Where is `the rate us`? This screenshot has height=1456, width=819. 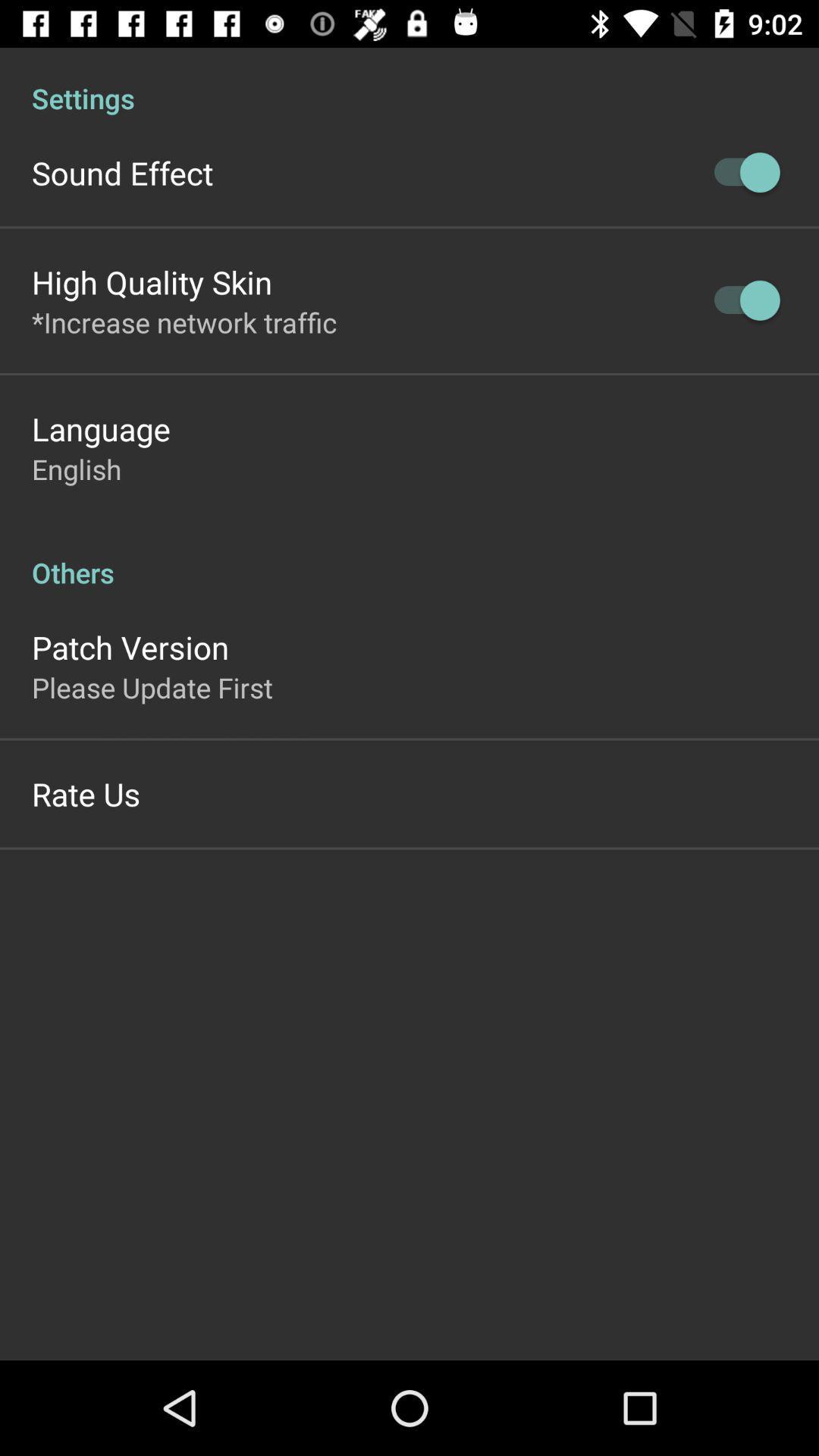
the rate us is located at coordinates (86, 792).